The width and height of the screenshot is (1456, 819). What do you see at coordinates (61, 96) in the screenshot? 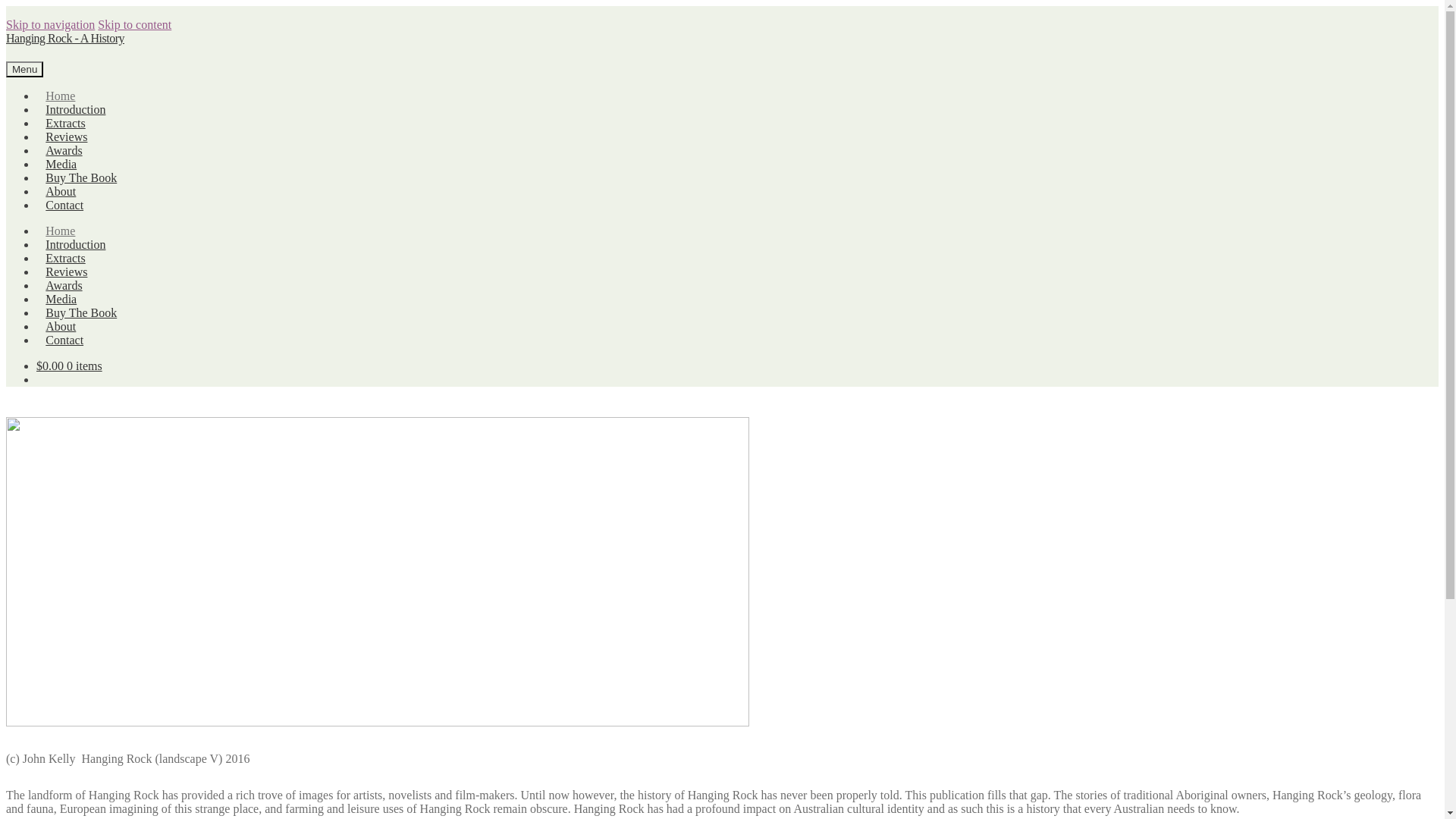
I see `'Home'` at bounding box center [61, 96].